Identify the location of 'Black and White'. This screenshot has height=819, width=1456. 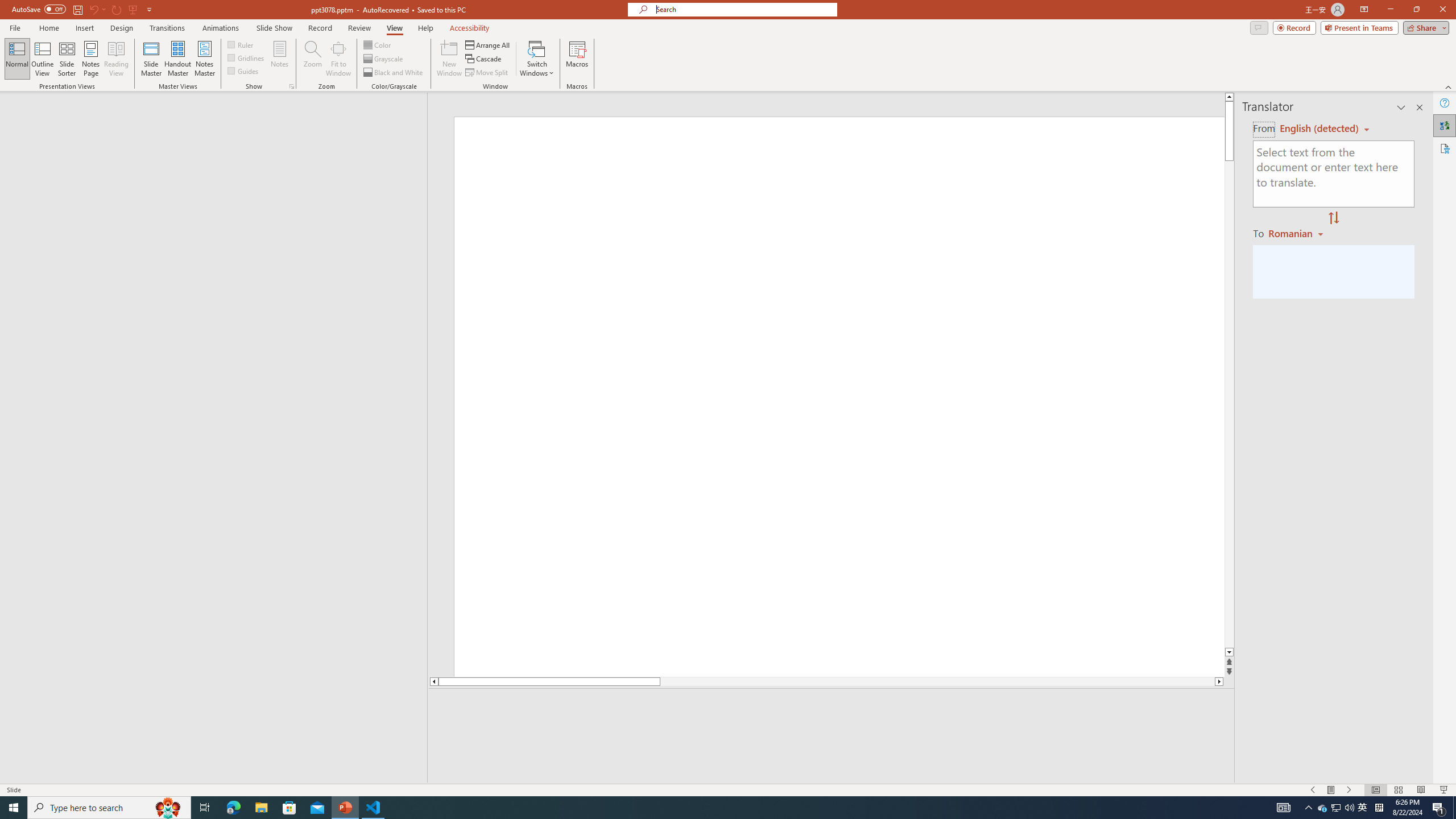
(394, 72).